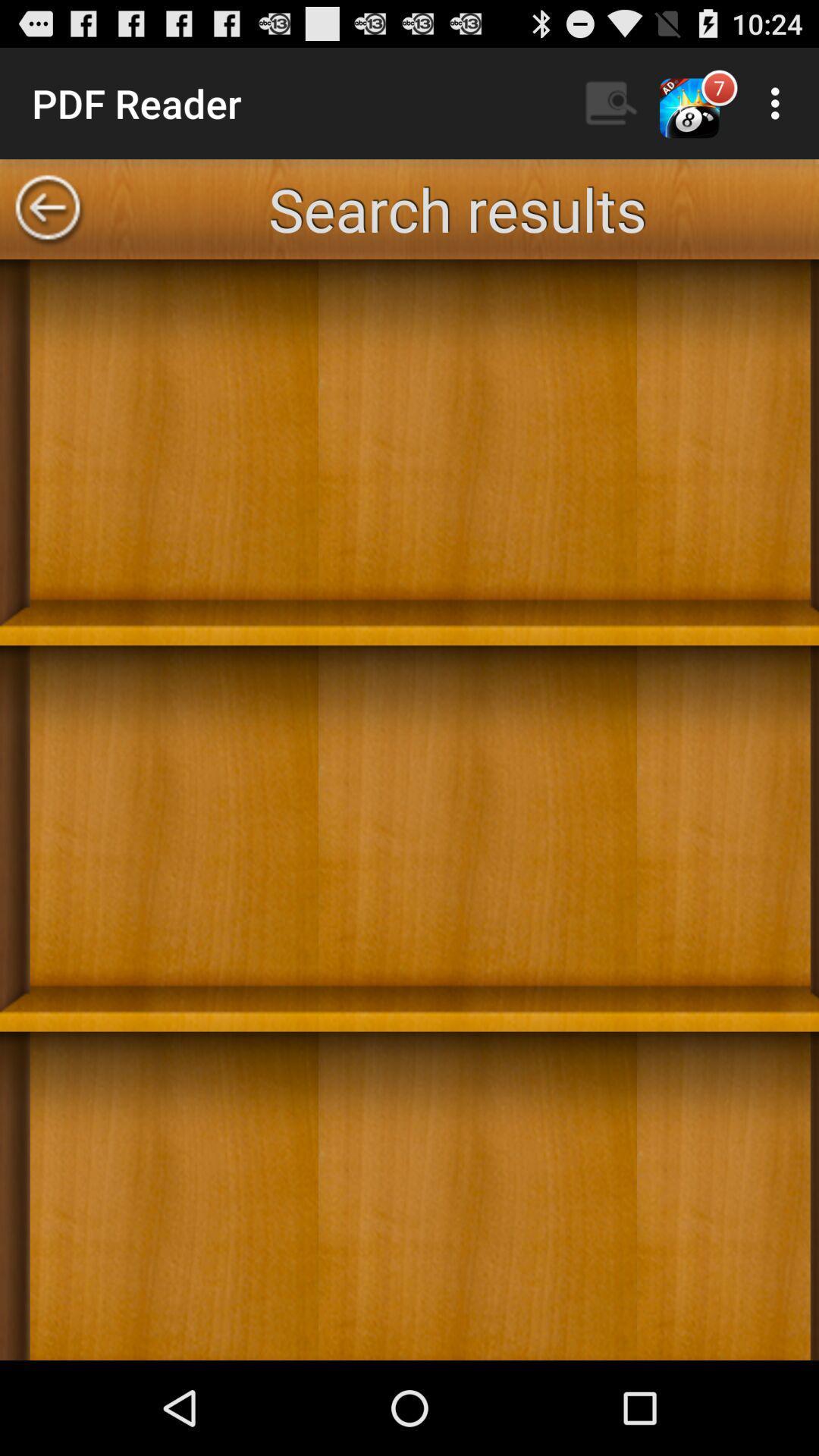 This screenshot has height=1456, width=819. What do you see at coordinates (456, 208) in the screenshot?
I see `the app at the top` at bounding box center [456, 208].